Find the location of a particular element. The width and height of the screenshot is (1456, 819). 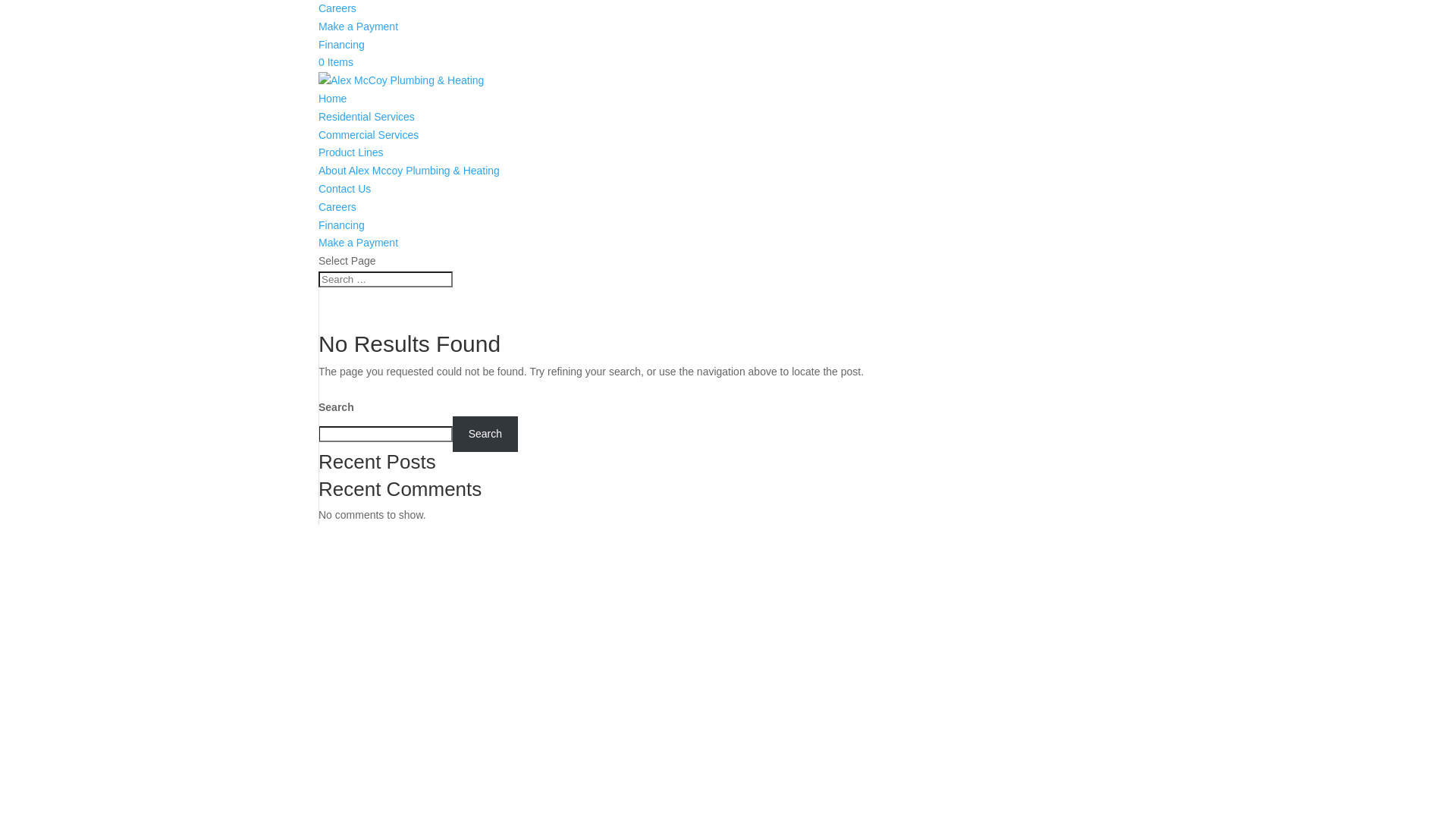

'Home' is located at coordinates (331, 99).